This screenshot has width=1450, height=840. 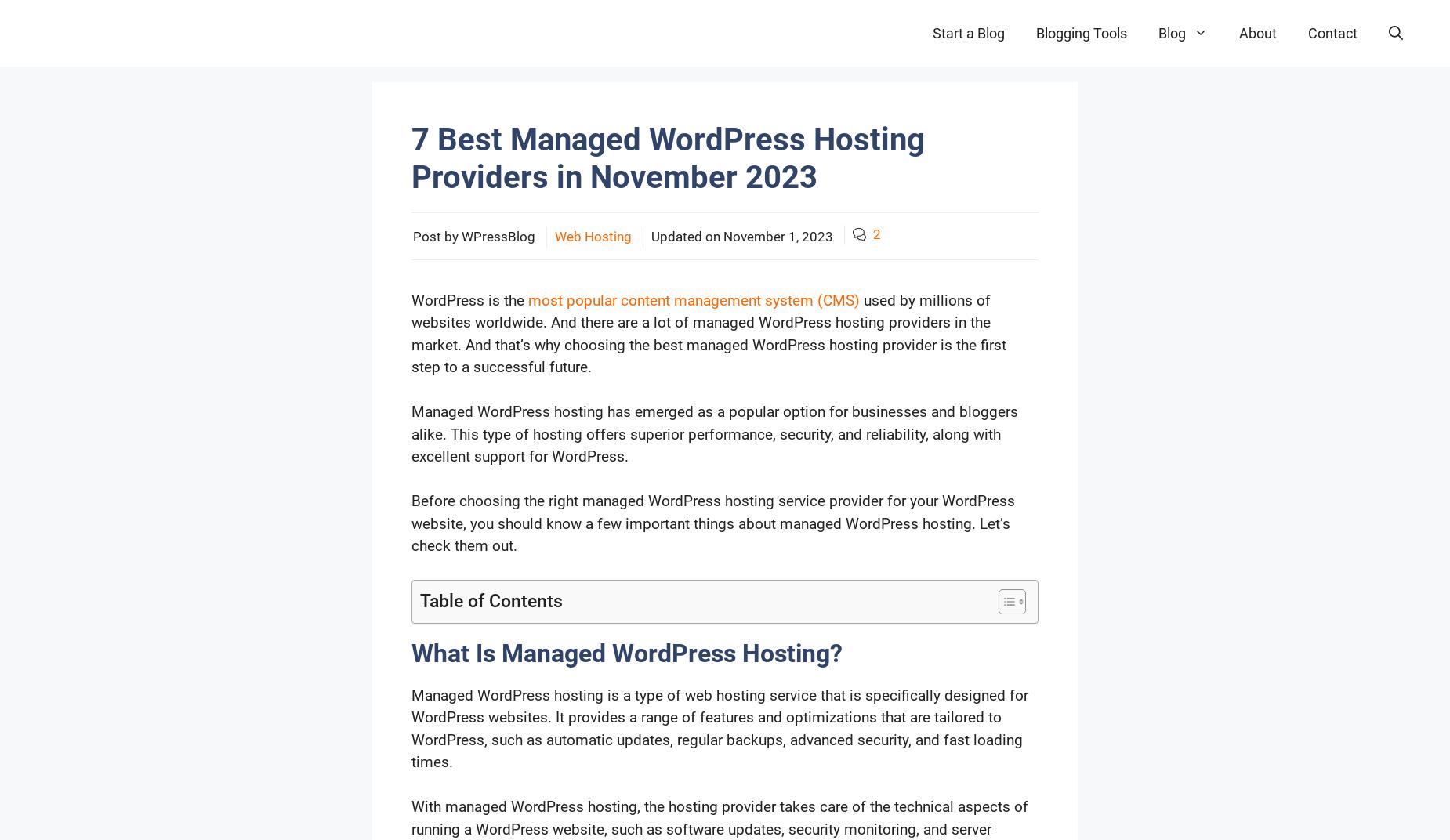 What do you see at coordinates (1332, 32) in the screenshot?
I see `'Contact'` at bounding box center [1332, 32].